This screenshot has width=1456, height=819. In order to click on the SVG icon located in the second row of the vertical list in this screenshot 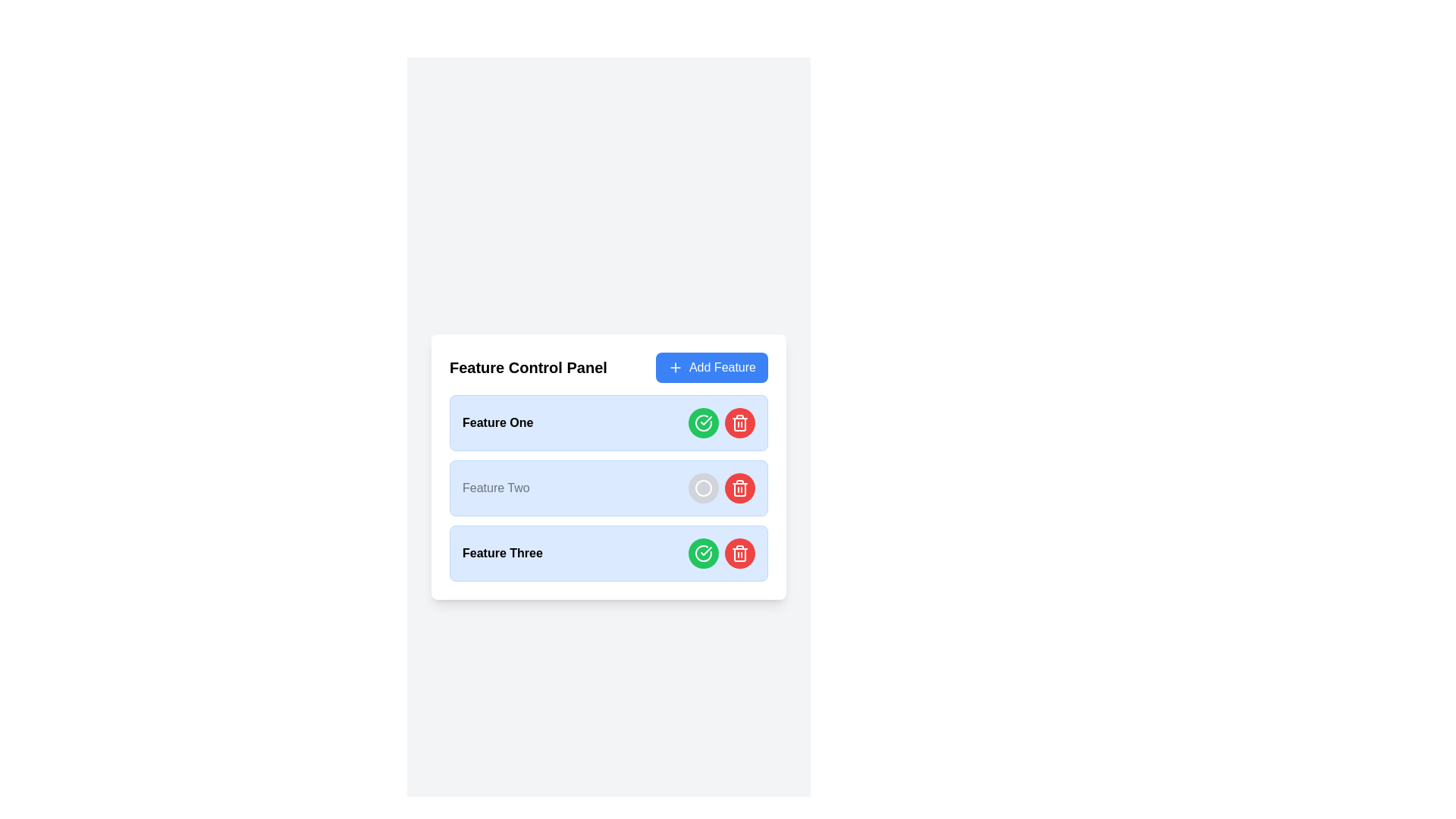, I will do `click(702, 488)`.